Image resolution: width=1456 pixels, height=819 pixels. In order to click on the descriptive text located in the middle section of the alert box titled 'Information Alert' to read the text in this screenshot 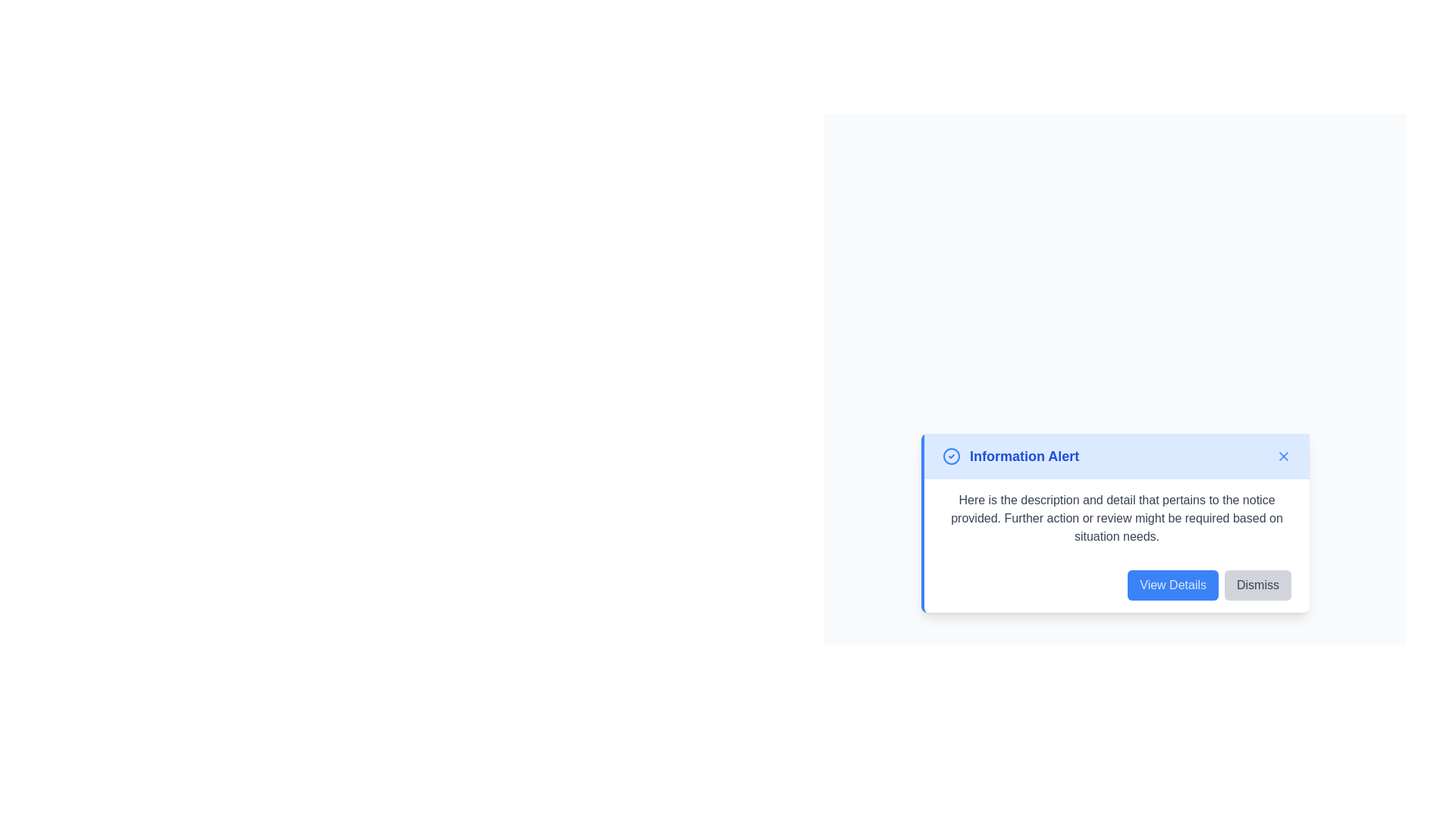, I will do `click(1117, 517)`.